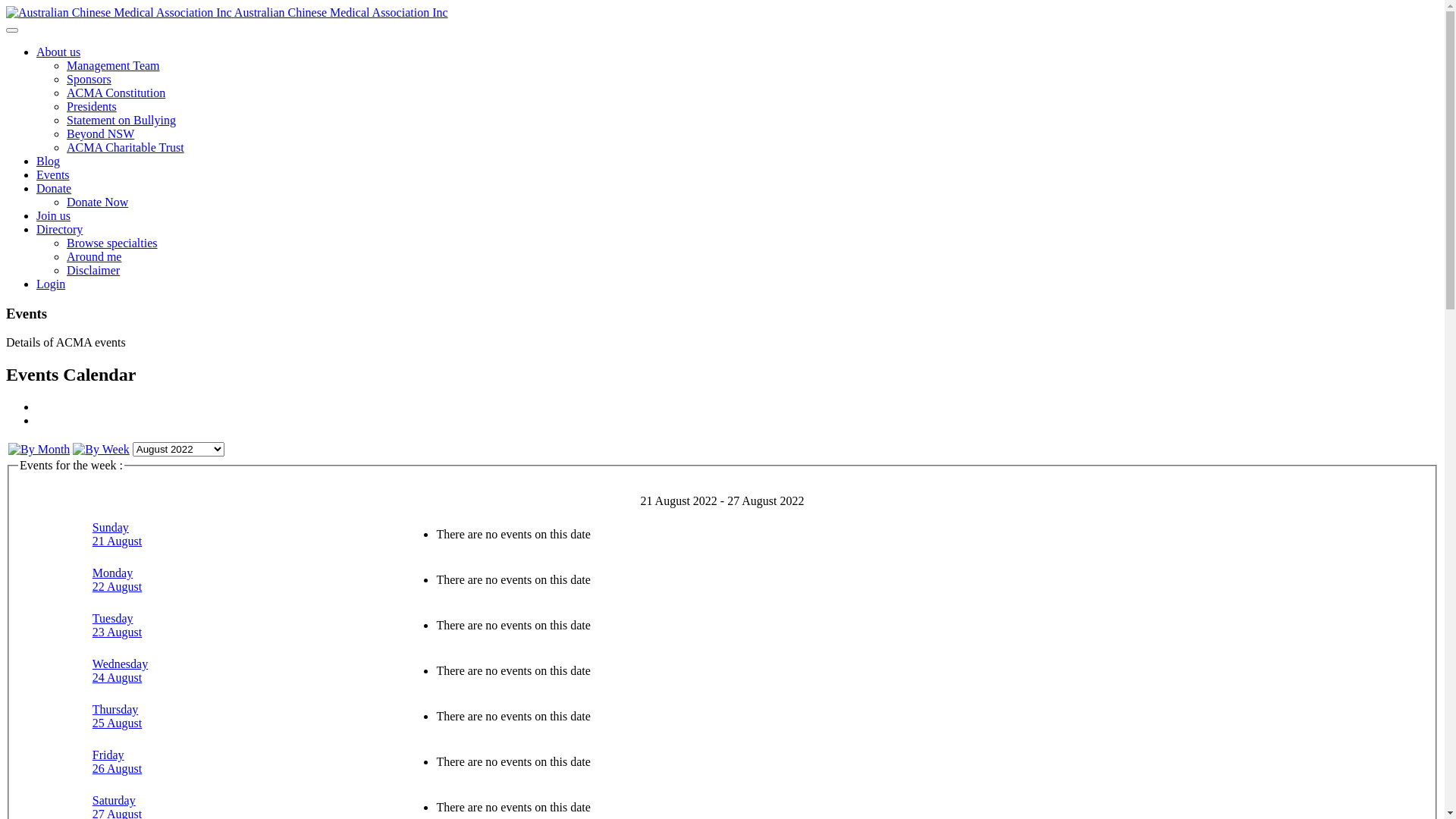 This screenshot has height=819, width=1456. I want to click on 'Blog', so click(48, 161).